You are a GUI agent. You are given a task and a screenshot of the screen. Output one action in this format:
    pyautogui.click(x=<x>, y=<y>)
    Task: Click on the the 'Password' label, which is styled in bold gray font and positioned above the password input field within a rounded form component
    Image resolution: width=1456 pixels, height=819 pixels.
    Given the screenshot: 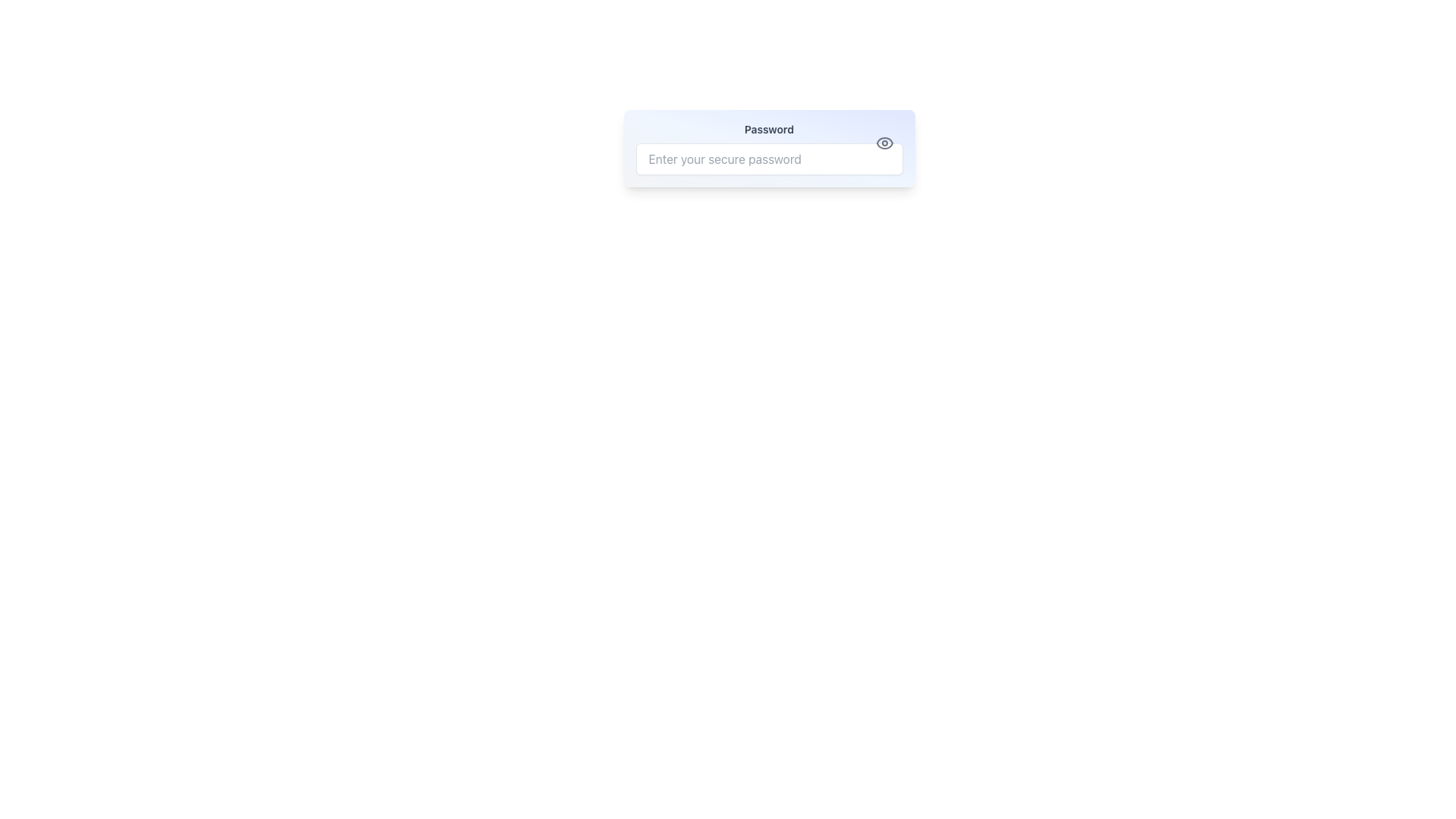 What is the action you would take?
    pyautogui.click(x=769, y=128)
    